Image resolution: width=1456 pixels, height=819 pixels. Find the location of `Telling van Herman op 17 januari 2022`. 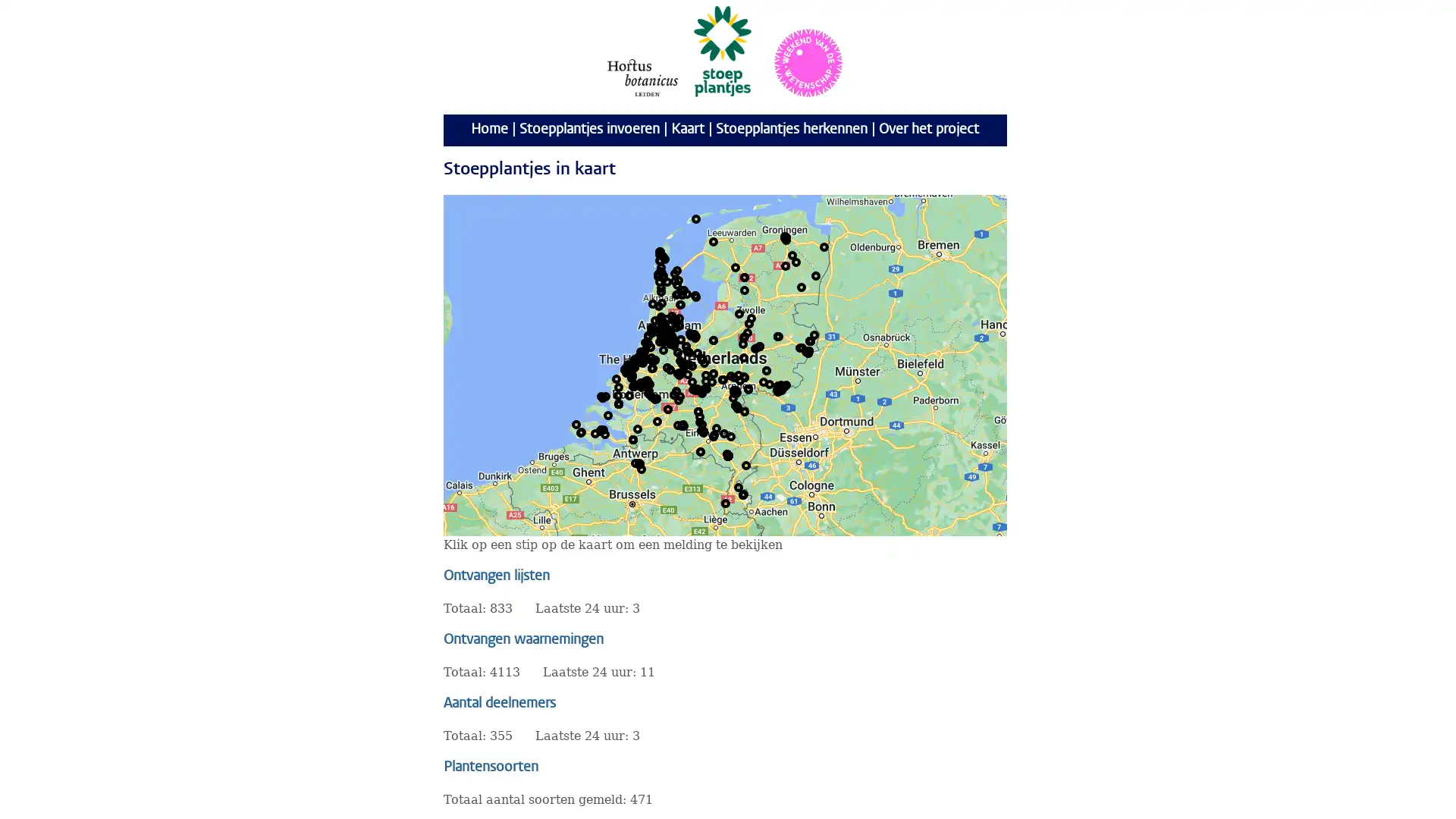

Telling van Herman op 17 januari 2022 is located at coordinates (745, 411).